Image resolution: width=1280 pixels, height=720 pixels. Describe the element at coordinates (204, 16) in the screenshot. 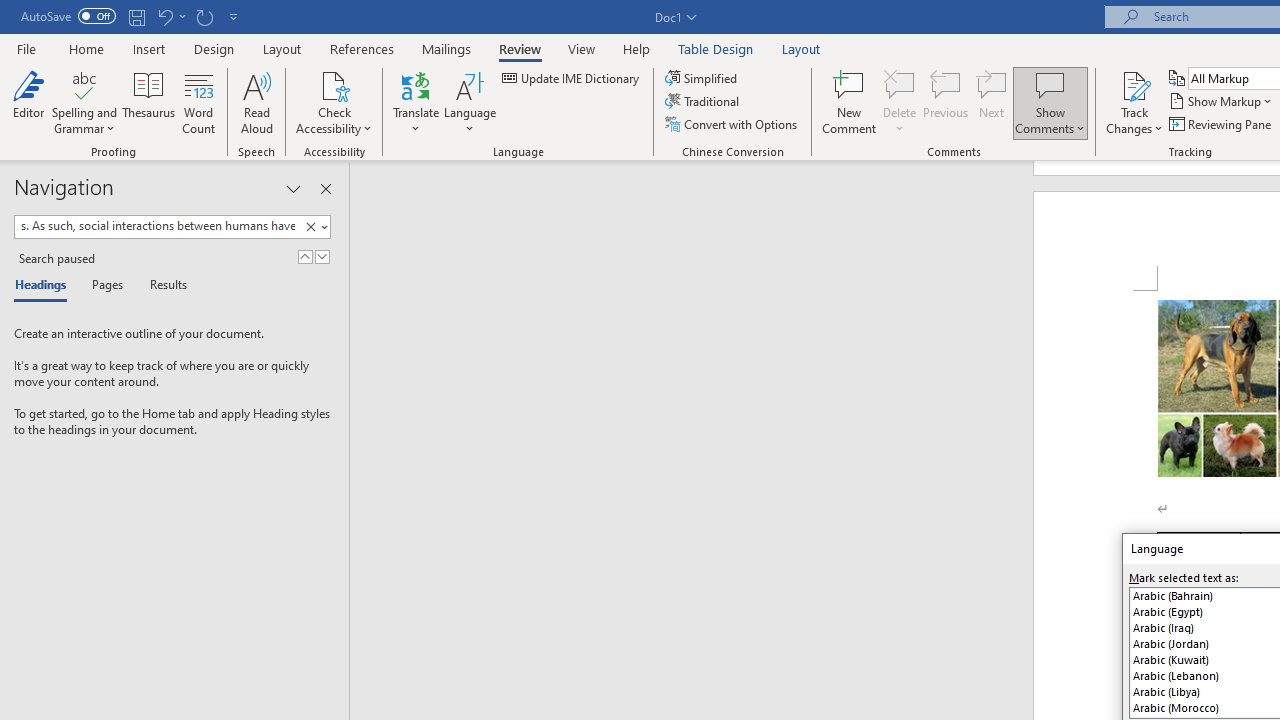

I see `'Repeat Style'` at that location.